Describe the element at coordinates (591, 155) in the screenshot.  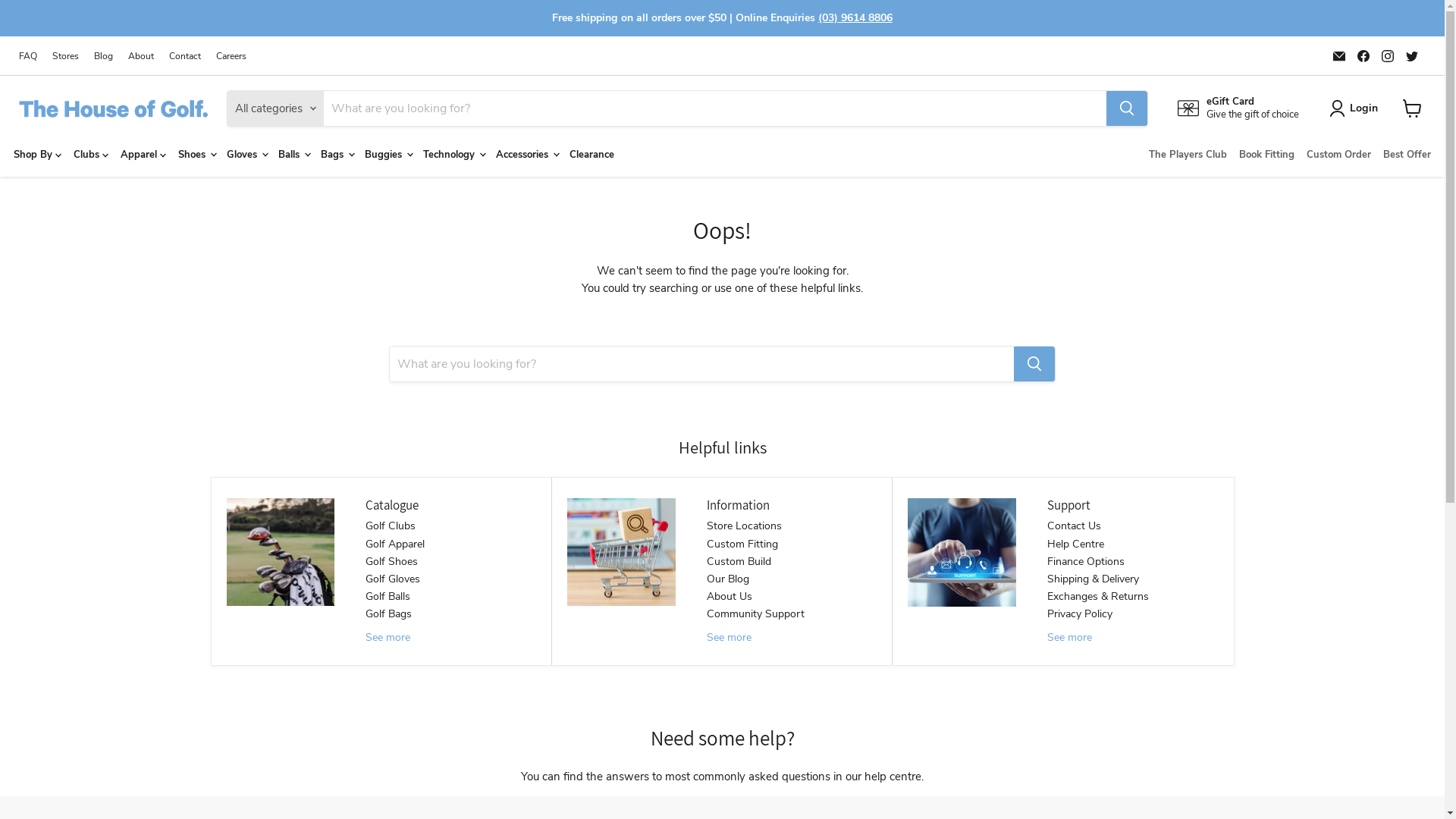
I see `'Clearance'` at that location.